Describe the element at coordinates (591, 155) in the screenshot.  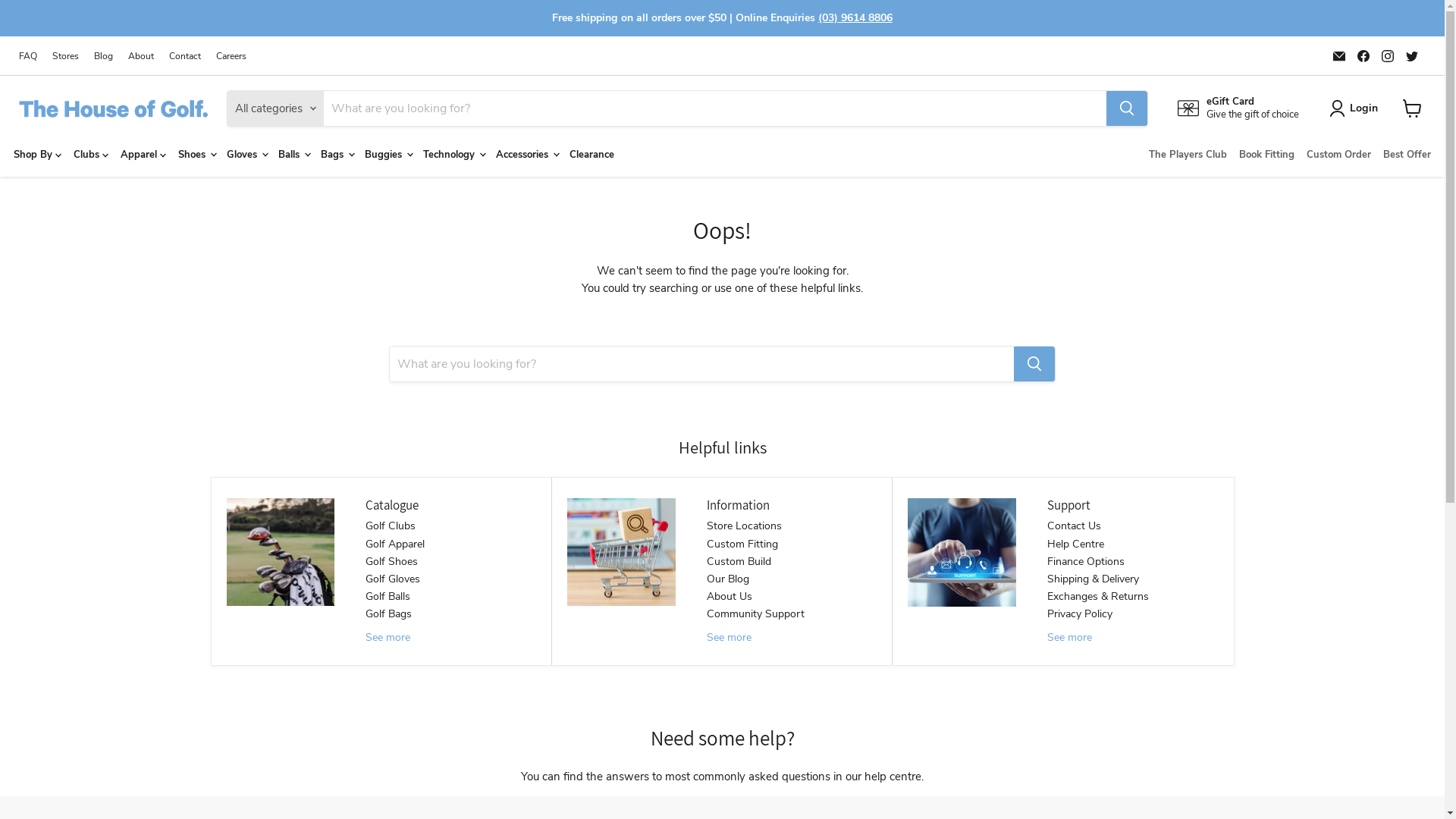
I see `'Clearance'` at that location.